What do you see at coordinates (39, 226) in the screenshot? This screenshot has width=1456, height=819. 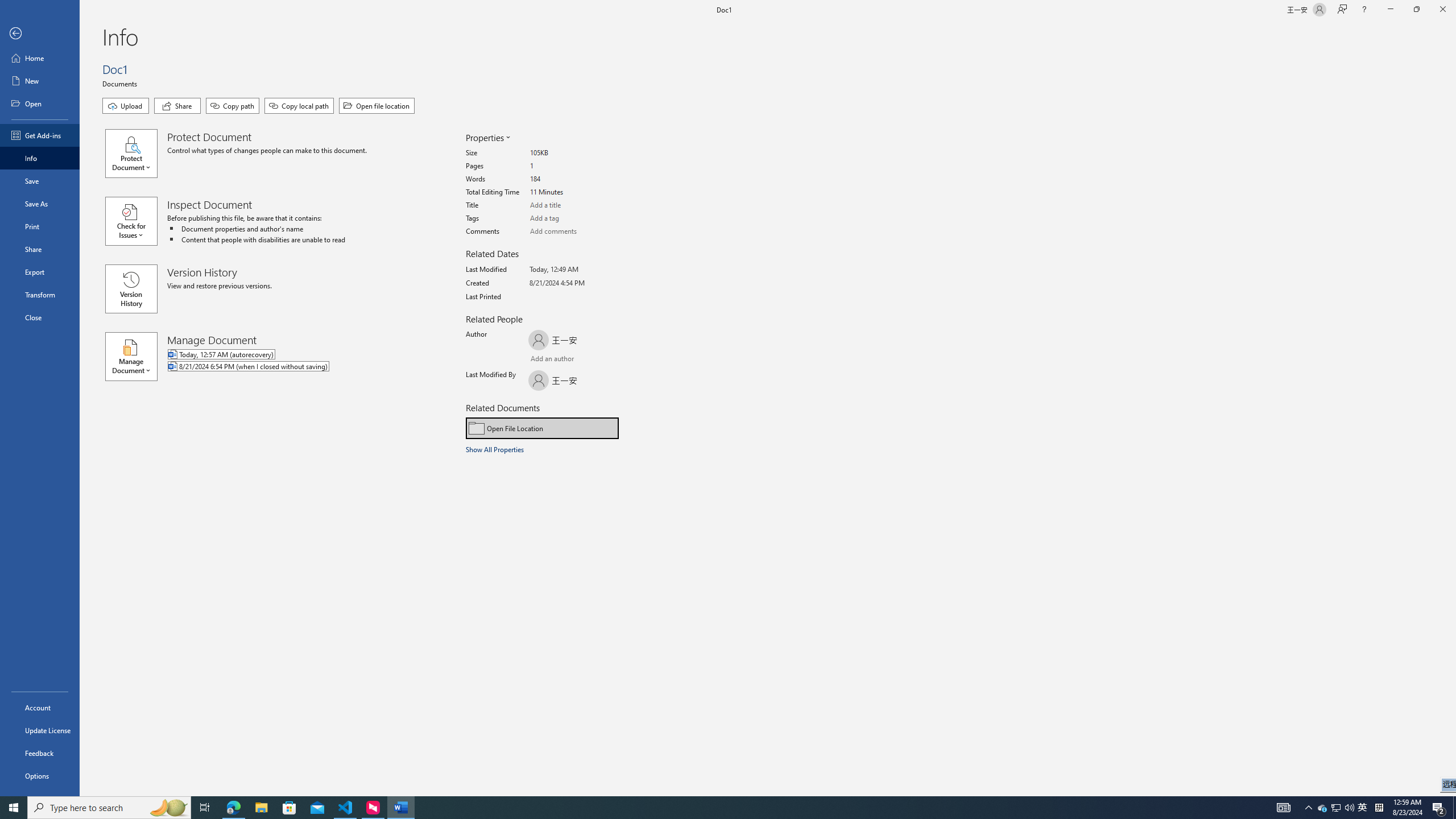 I see `'Print'` at bounding box center [39, 226].